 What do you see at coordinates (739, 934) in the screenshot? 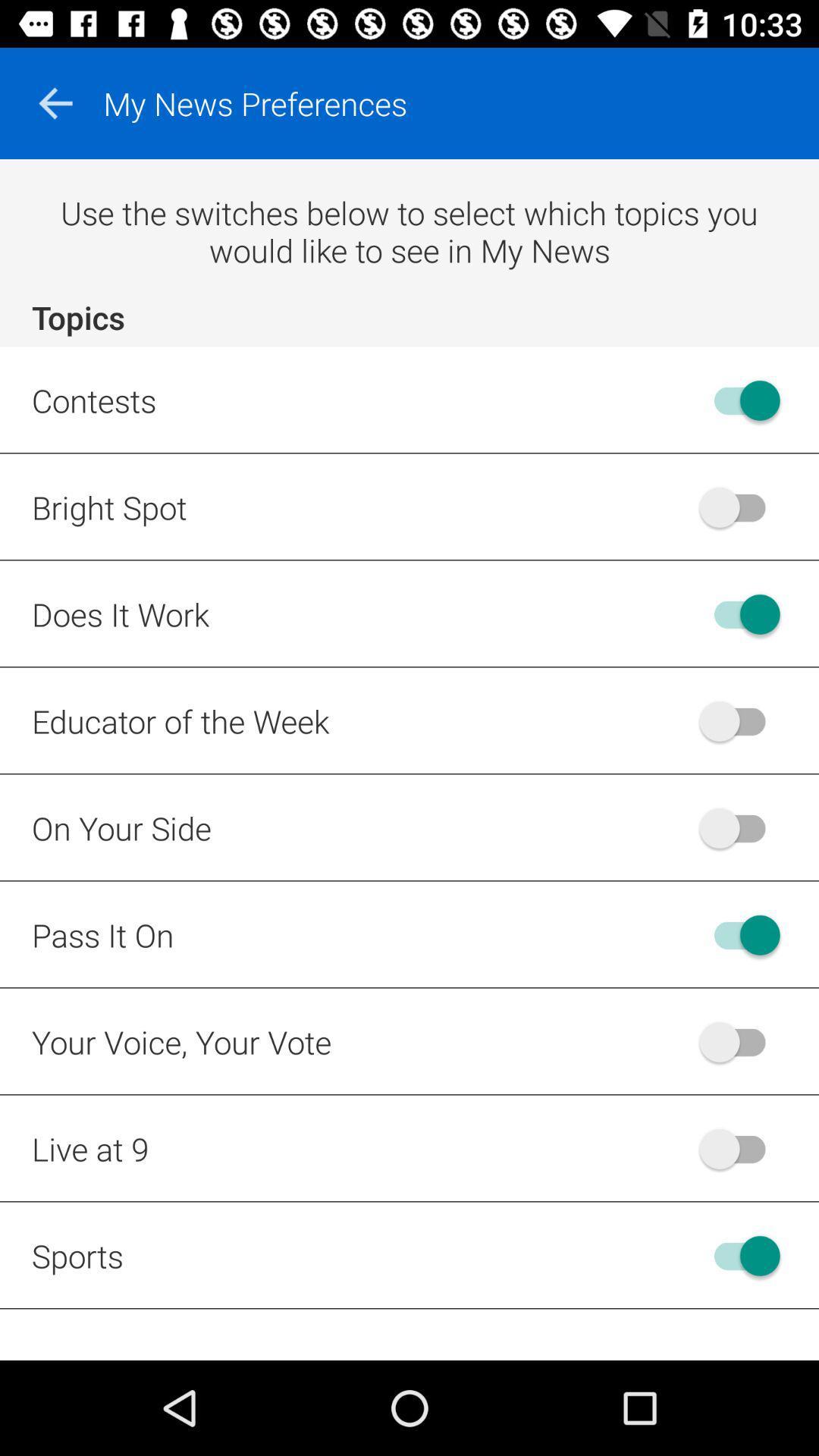
I see `pass it on option` at bounding box center [739, 934].